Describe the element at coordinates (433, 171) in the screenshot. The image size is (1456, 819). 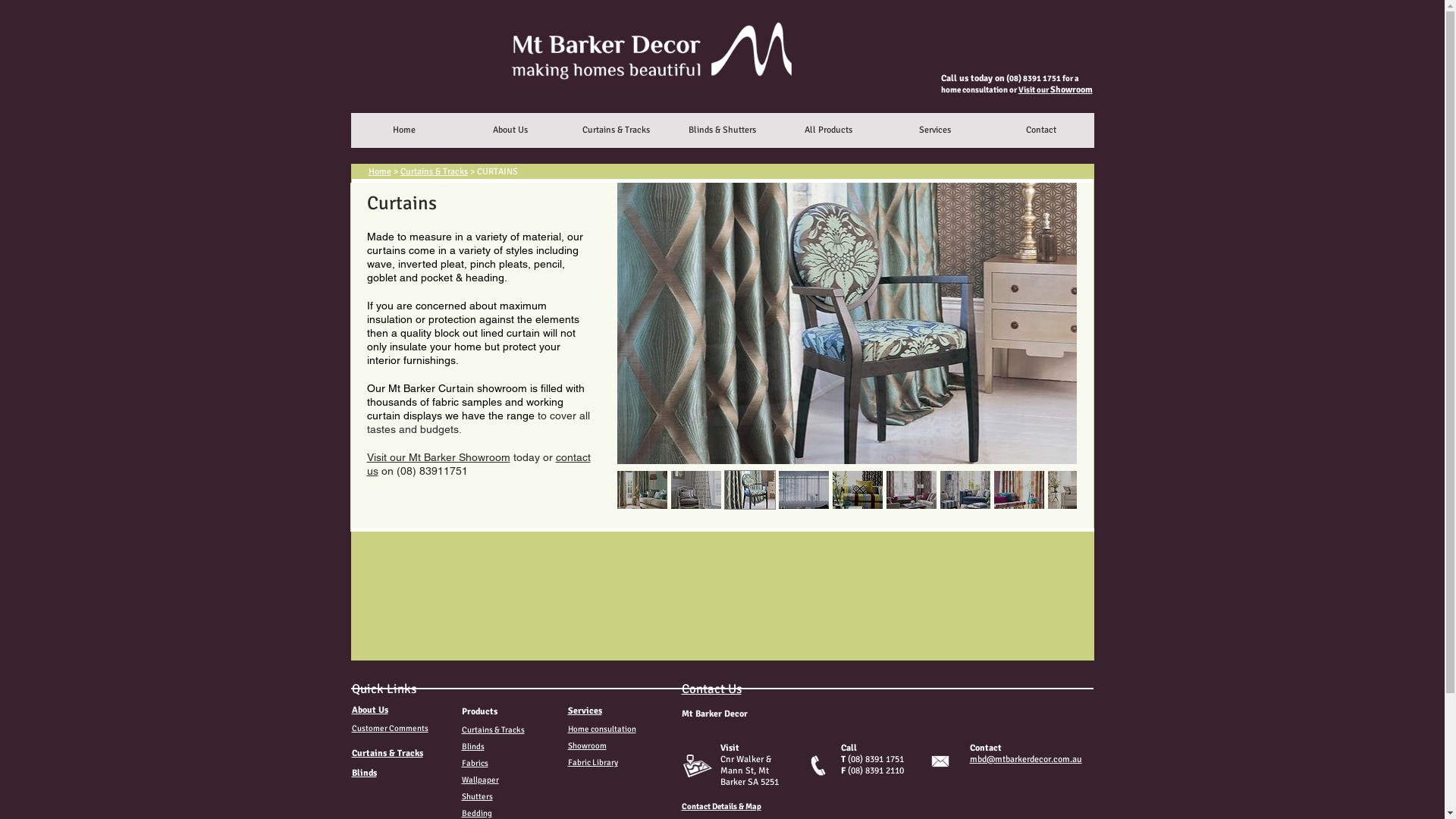
I see `'Curtains & Tracks'` at that location.